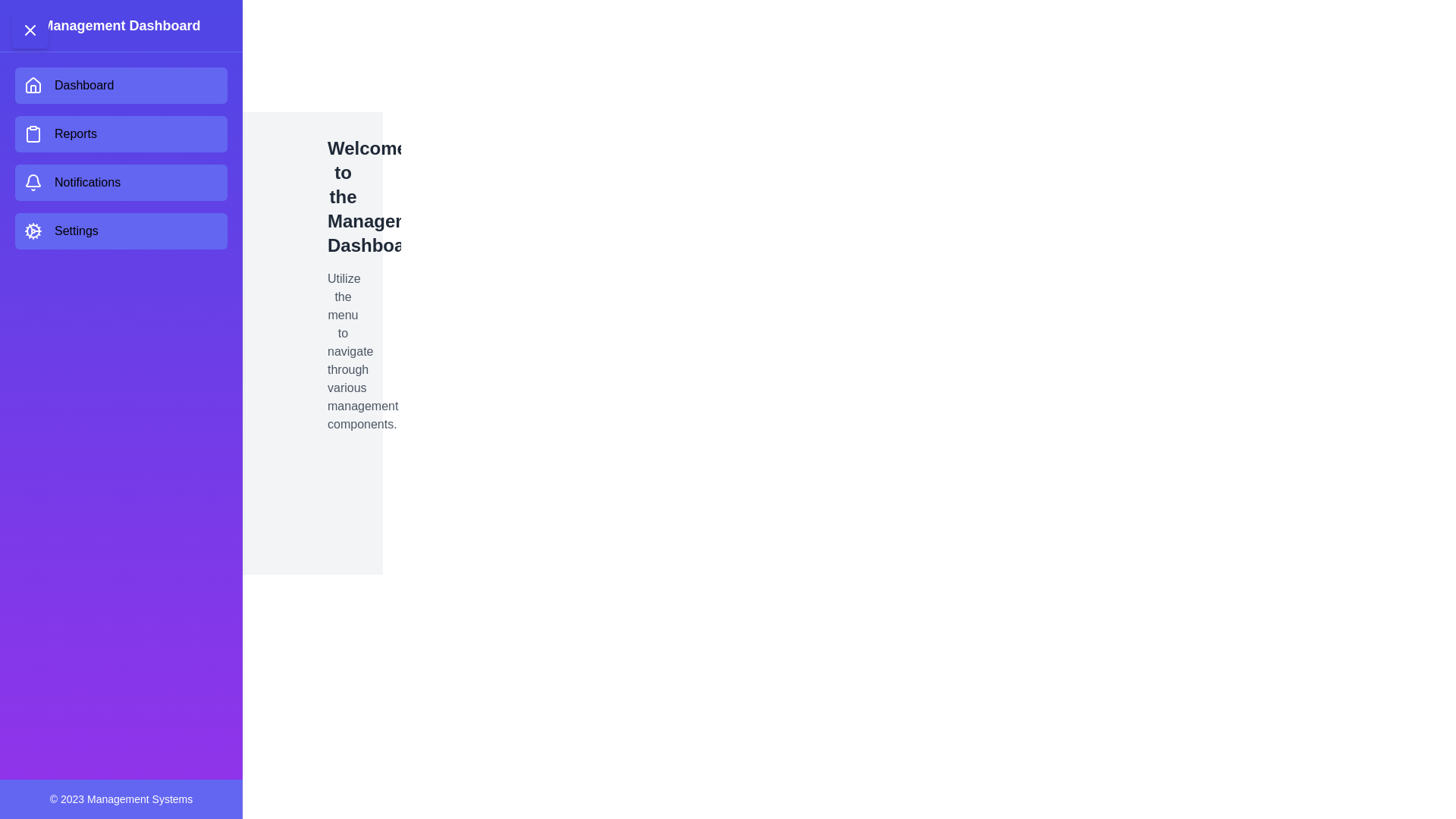  What do you see at coordinates (342, 351) in the screenshot?
I see `the instruction text element located below the title 'Welcome to the Management Dashboard' in the main content area` at bounding box center [342, 351].